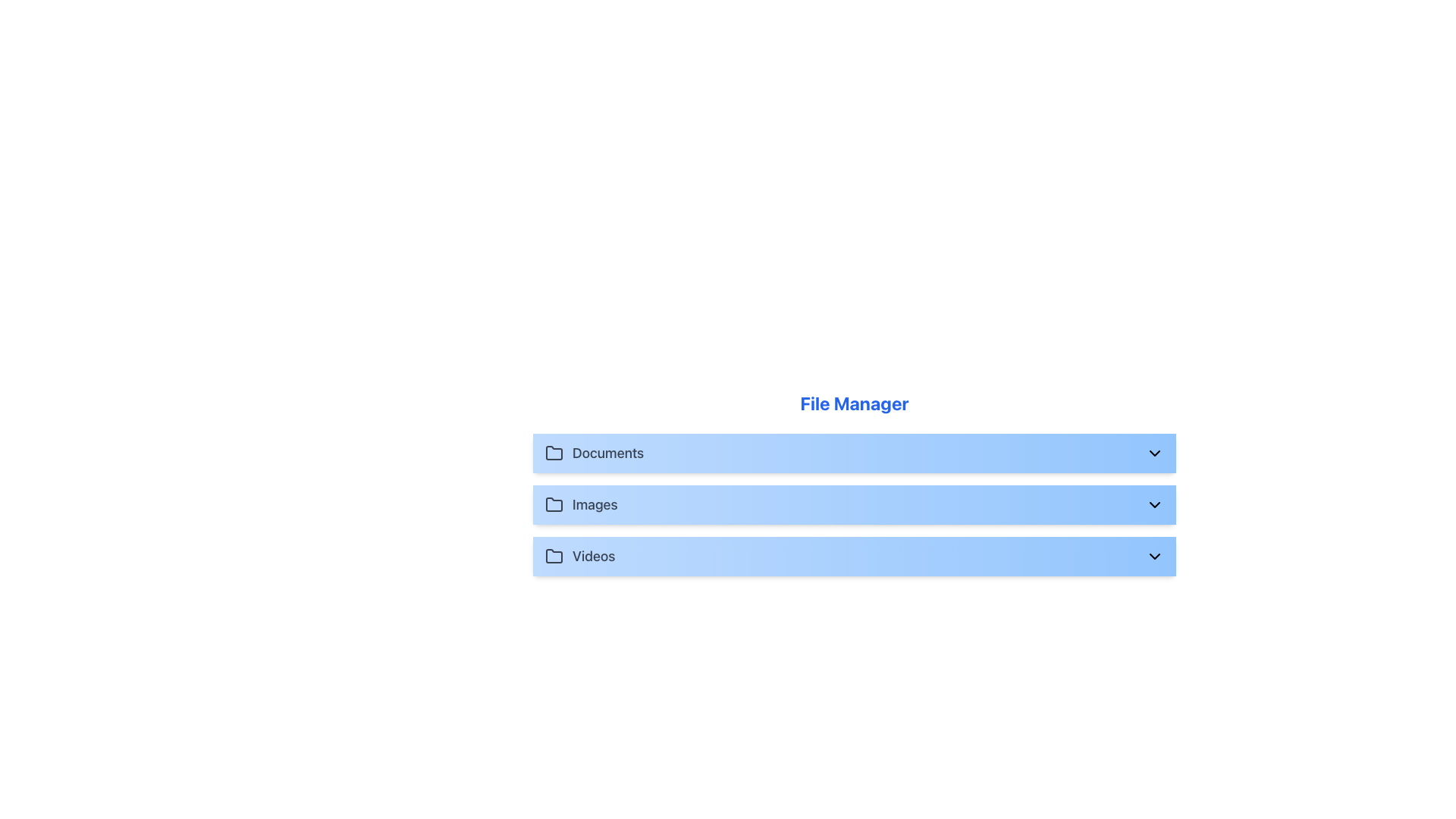 The width and height of the screenshot is (1456, 819). Describe the element at coordinates (855, 489) in the screenshot. I see `the chevron icon of the 'Images' folder tab component` at that location.